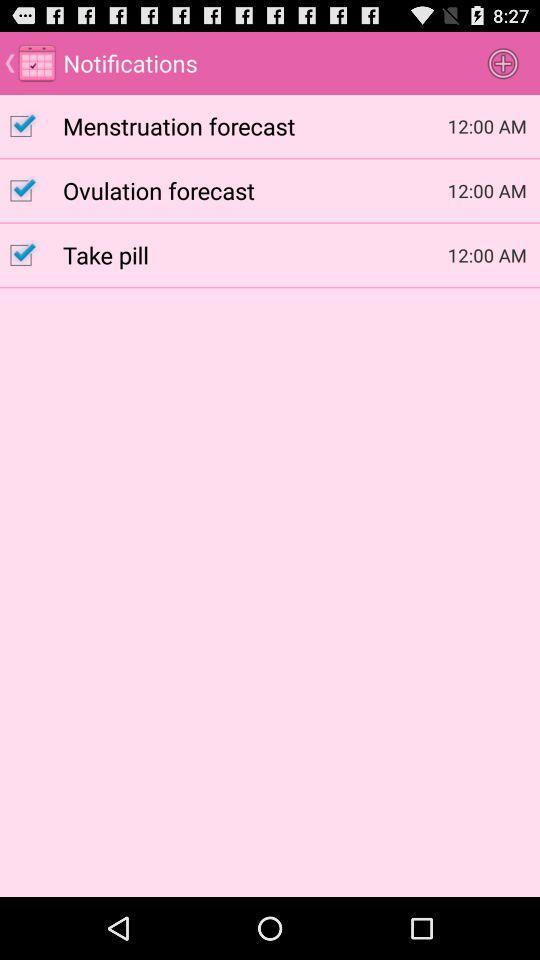 The image size is (540, 960). I want to click on the icon to the right of the notifications, so click(502, 62).